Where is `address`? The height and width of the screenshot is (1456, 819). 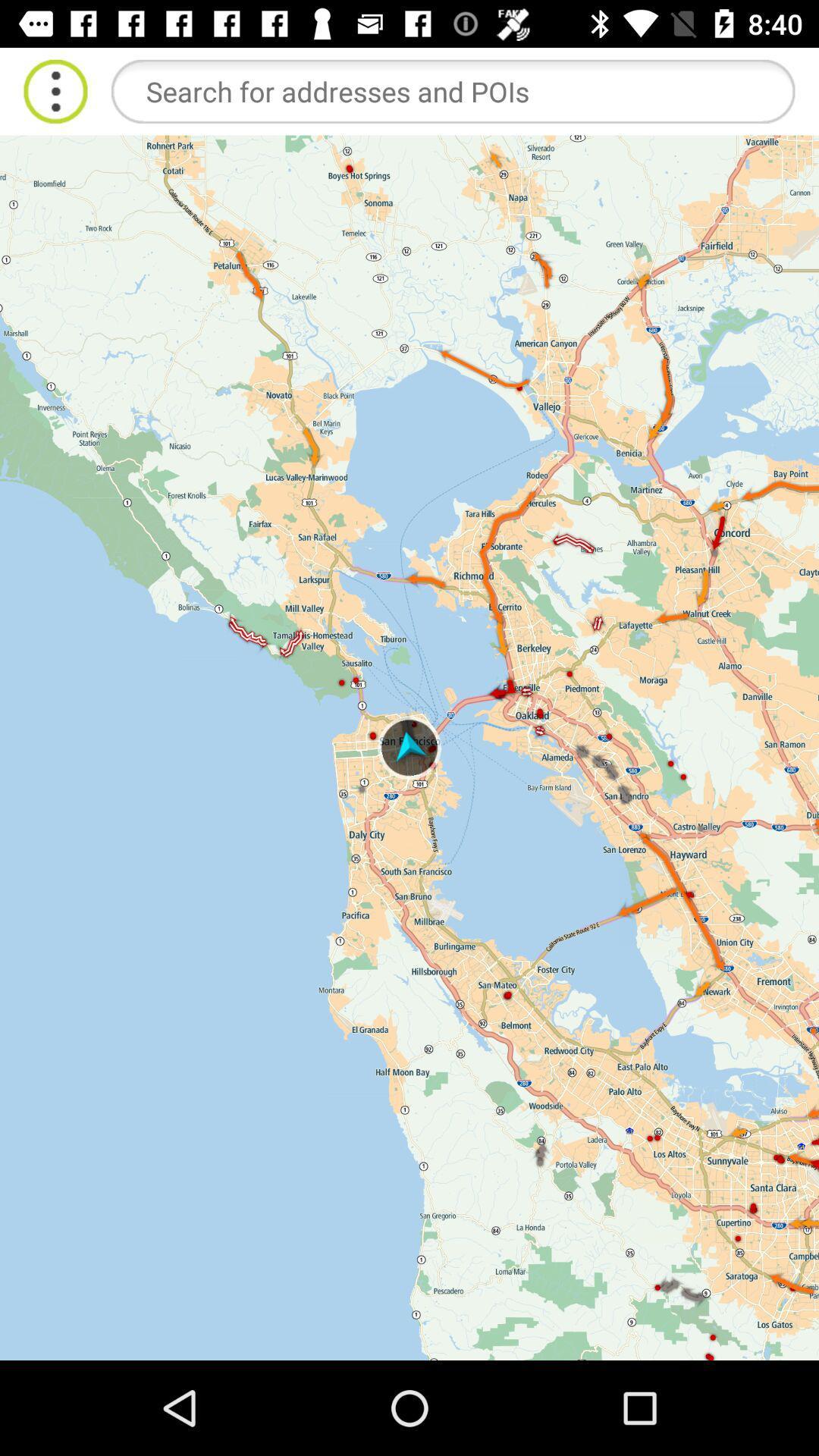 address is located at coordinates (452, 90).